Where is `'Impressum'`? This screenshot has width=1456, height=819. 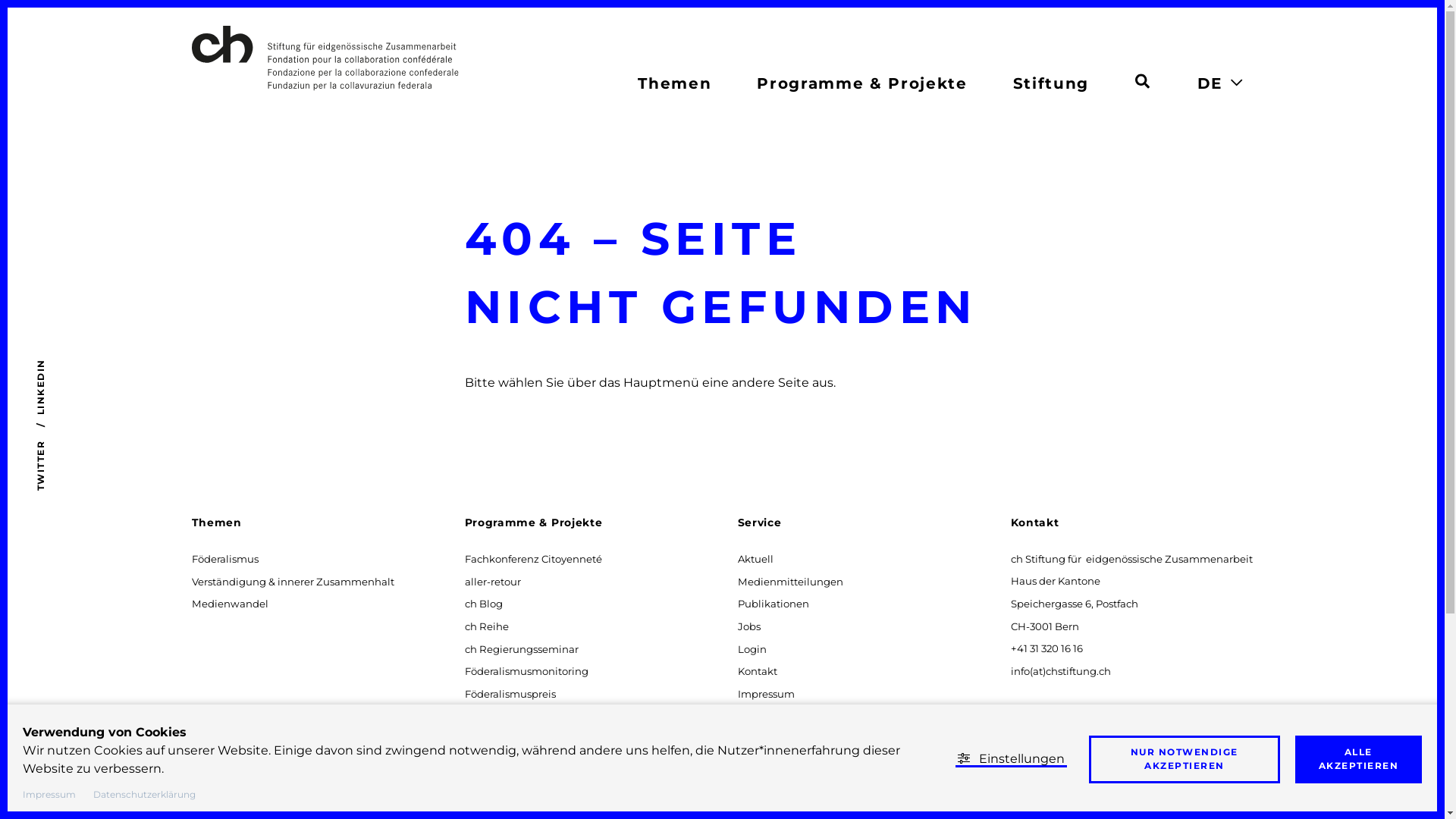
'Impressum' is located at coordinates (765, 693).